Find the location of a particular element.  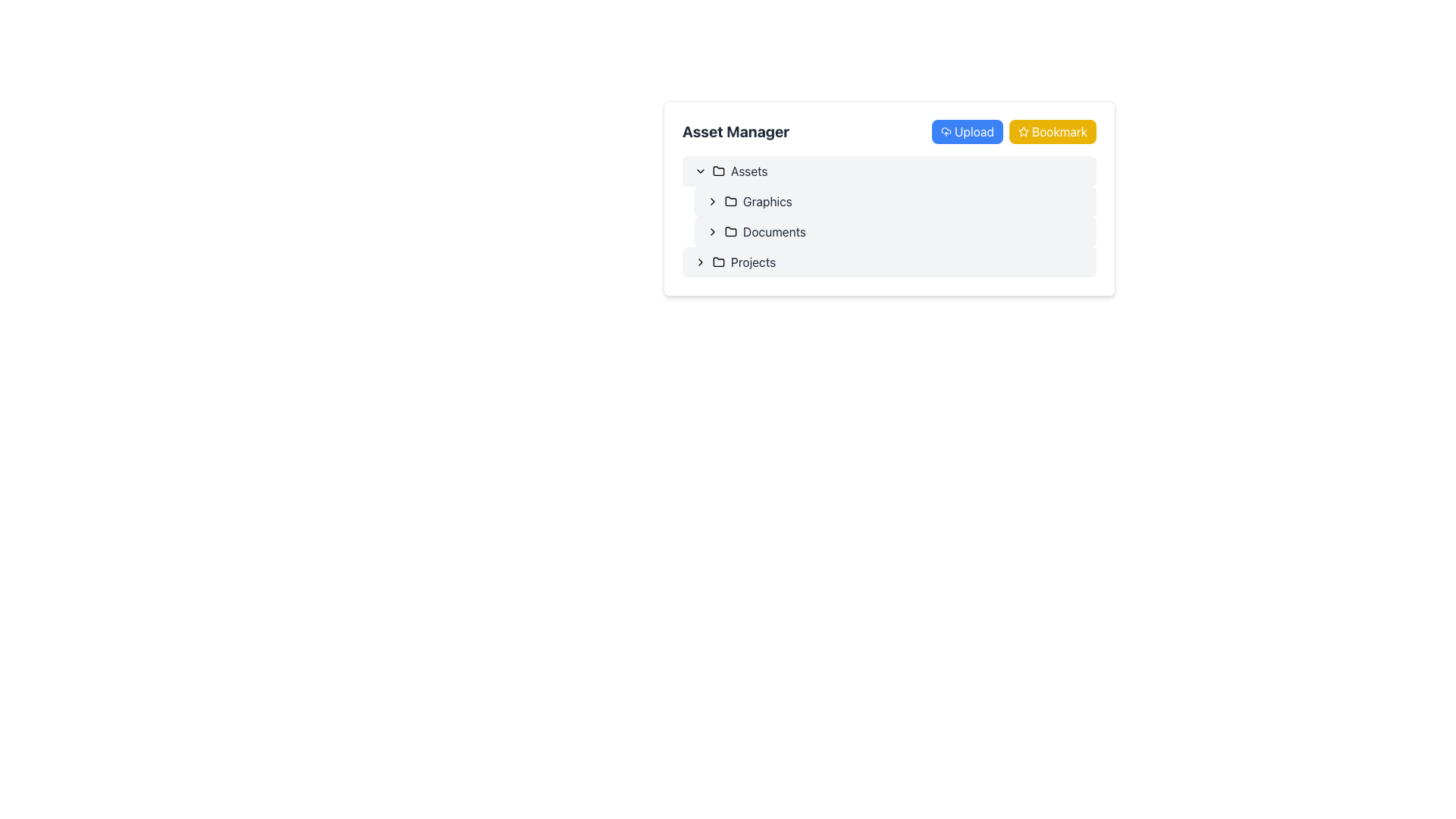

'Documents' folder icon located in the second level of the folder tree under 'Assets' is located at coordinates (731, 231).